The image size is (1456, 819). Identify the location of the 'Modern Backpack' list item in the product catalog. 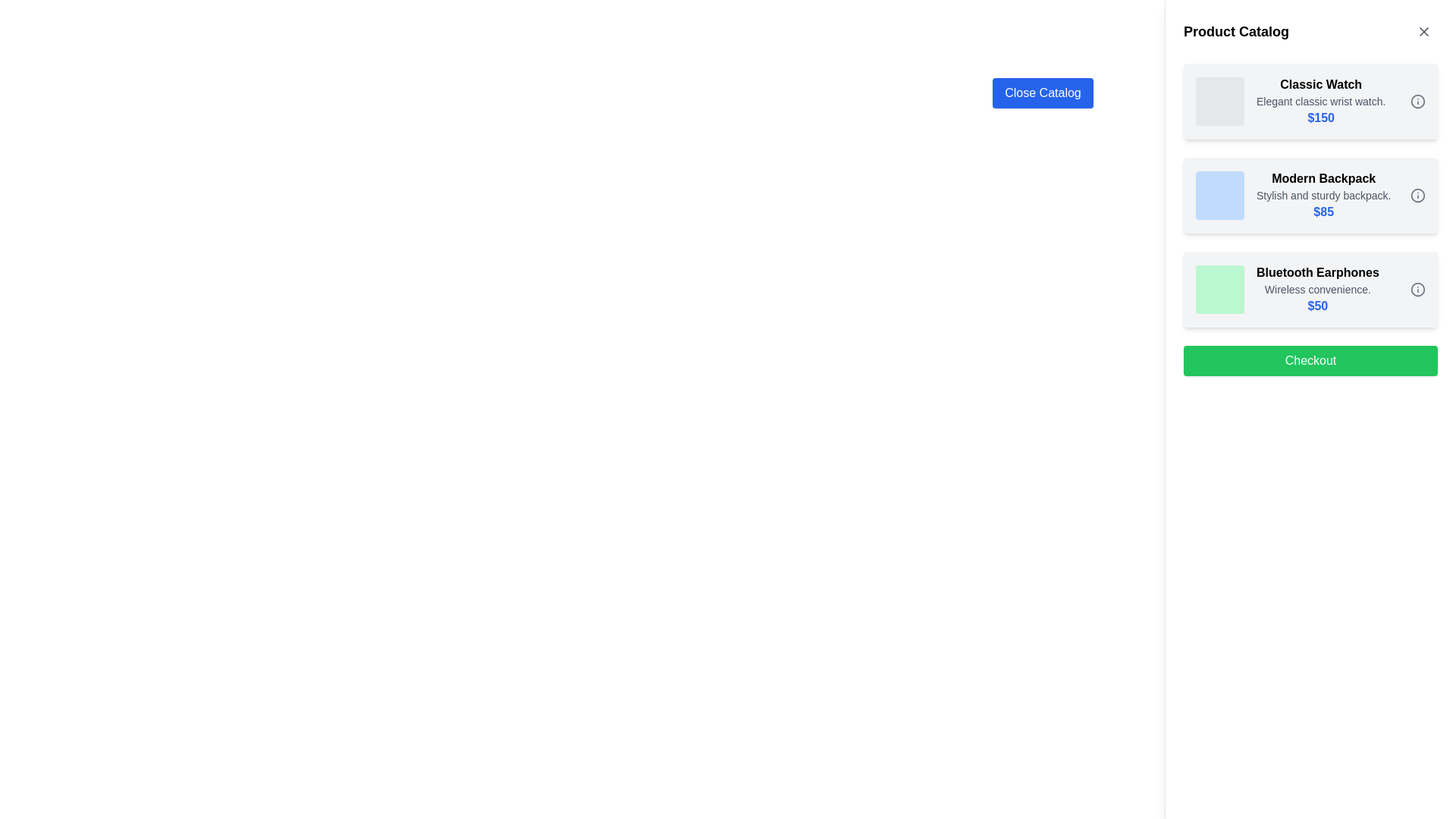
(1292, 195).